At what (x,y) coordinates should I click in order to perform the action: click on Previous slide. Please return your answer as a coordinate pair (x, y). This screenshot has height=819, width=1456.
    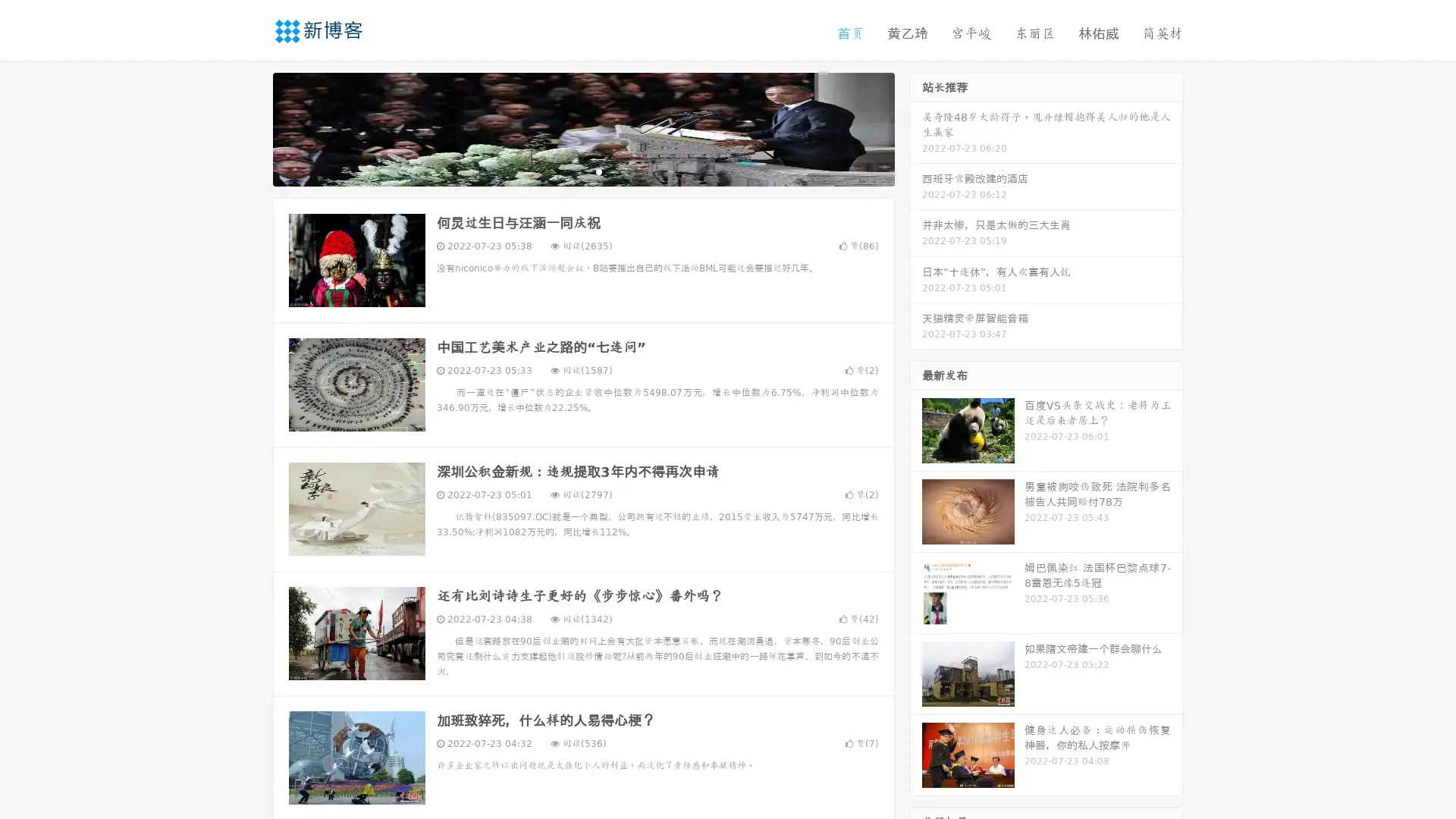
    Looking at the image, I should click on (250, 127).